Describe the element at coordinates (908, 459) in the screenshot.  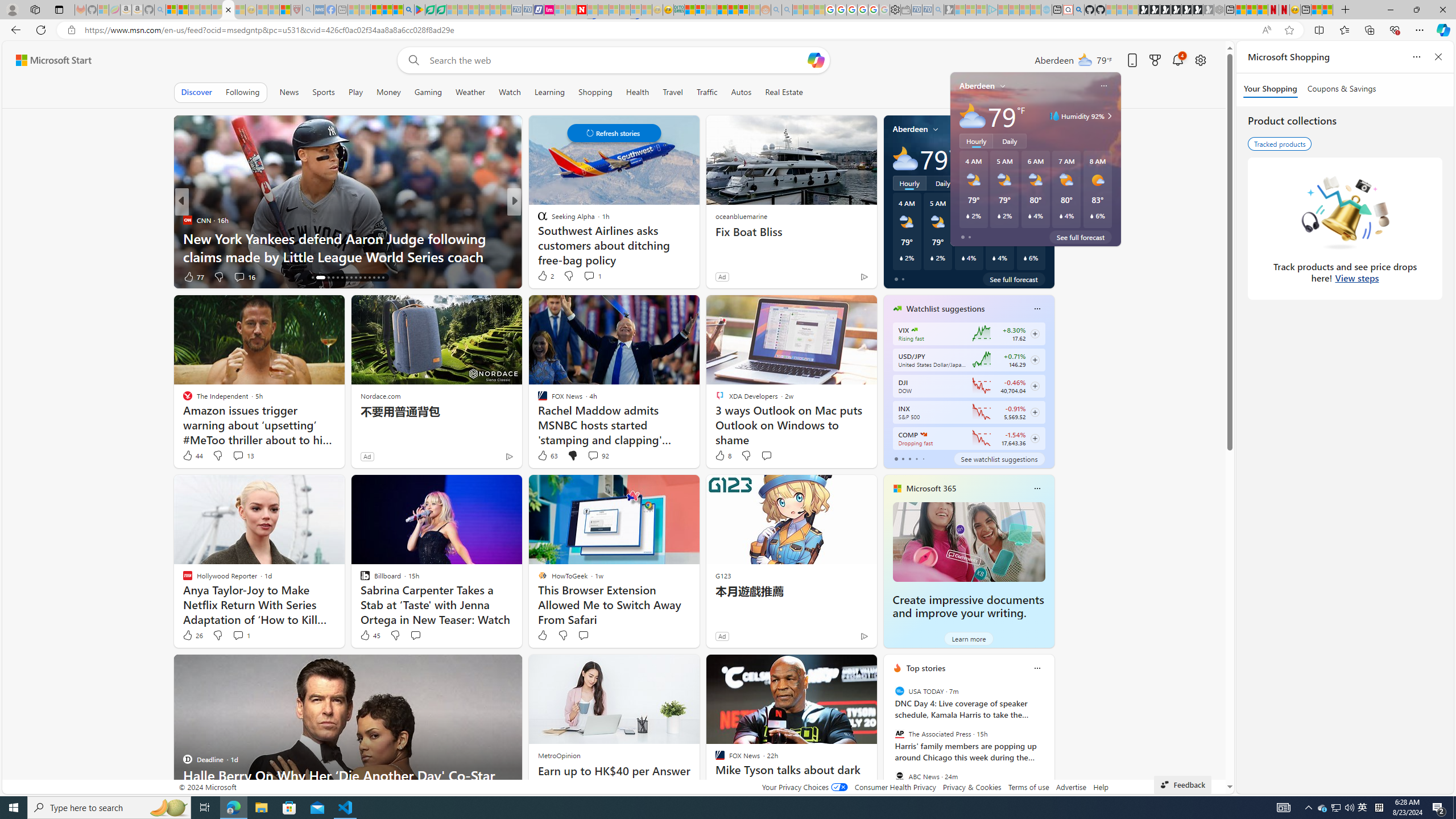
I see `'tab-2'` at that location.